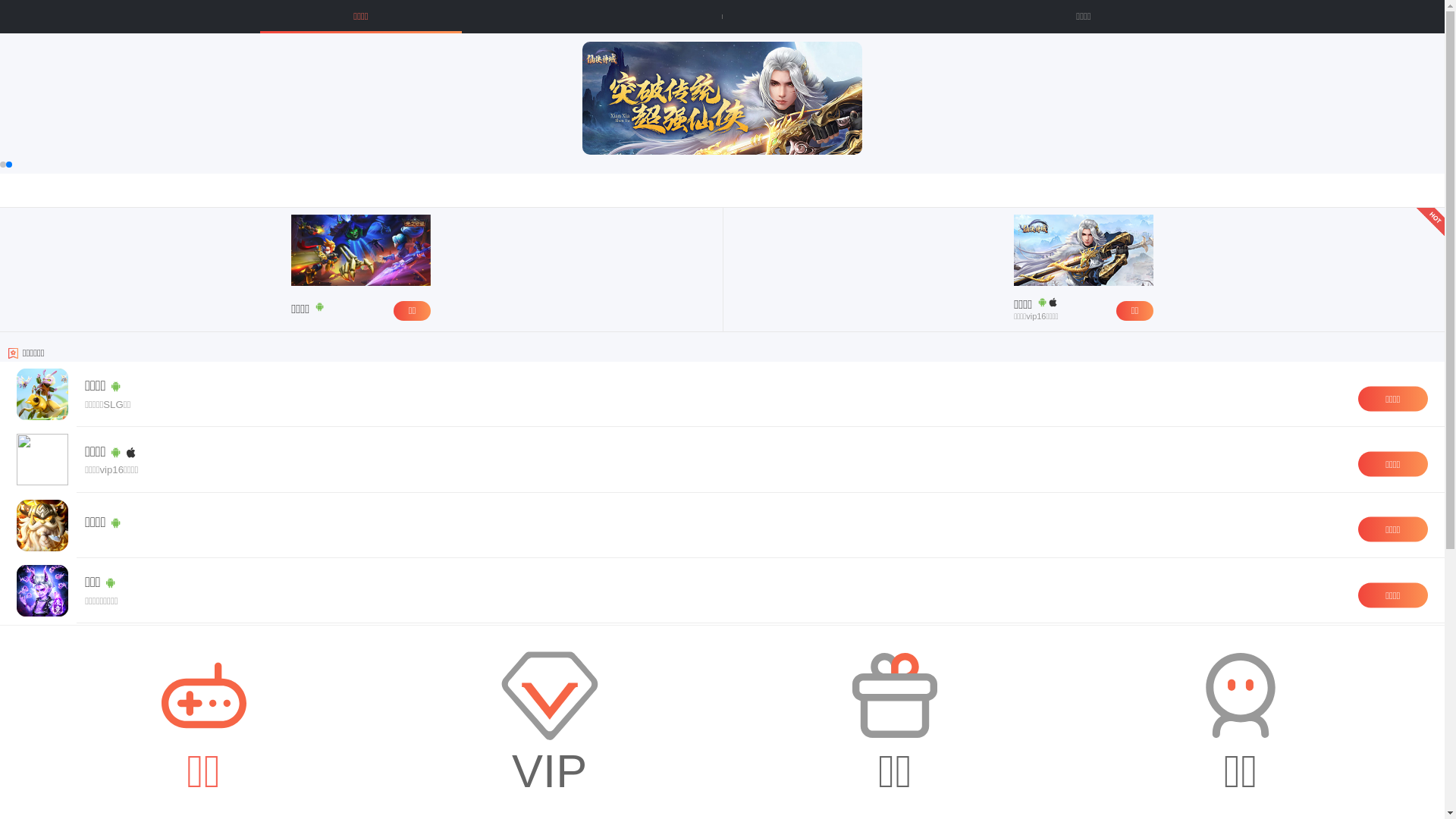 The image size is (1456, 819). Describe the element at coordinates (548, 721) in the screenshot. I see `'VIP'` at that location.